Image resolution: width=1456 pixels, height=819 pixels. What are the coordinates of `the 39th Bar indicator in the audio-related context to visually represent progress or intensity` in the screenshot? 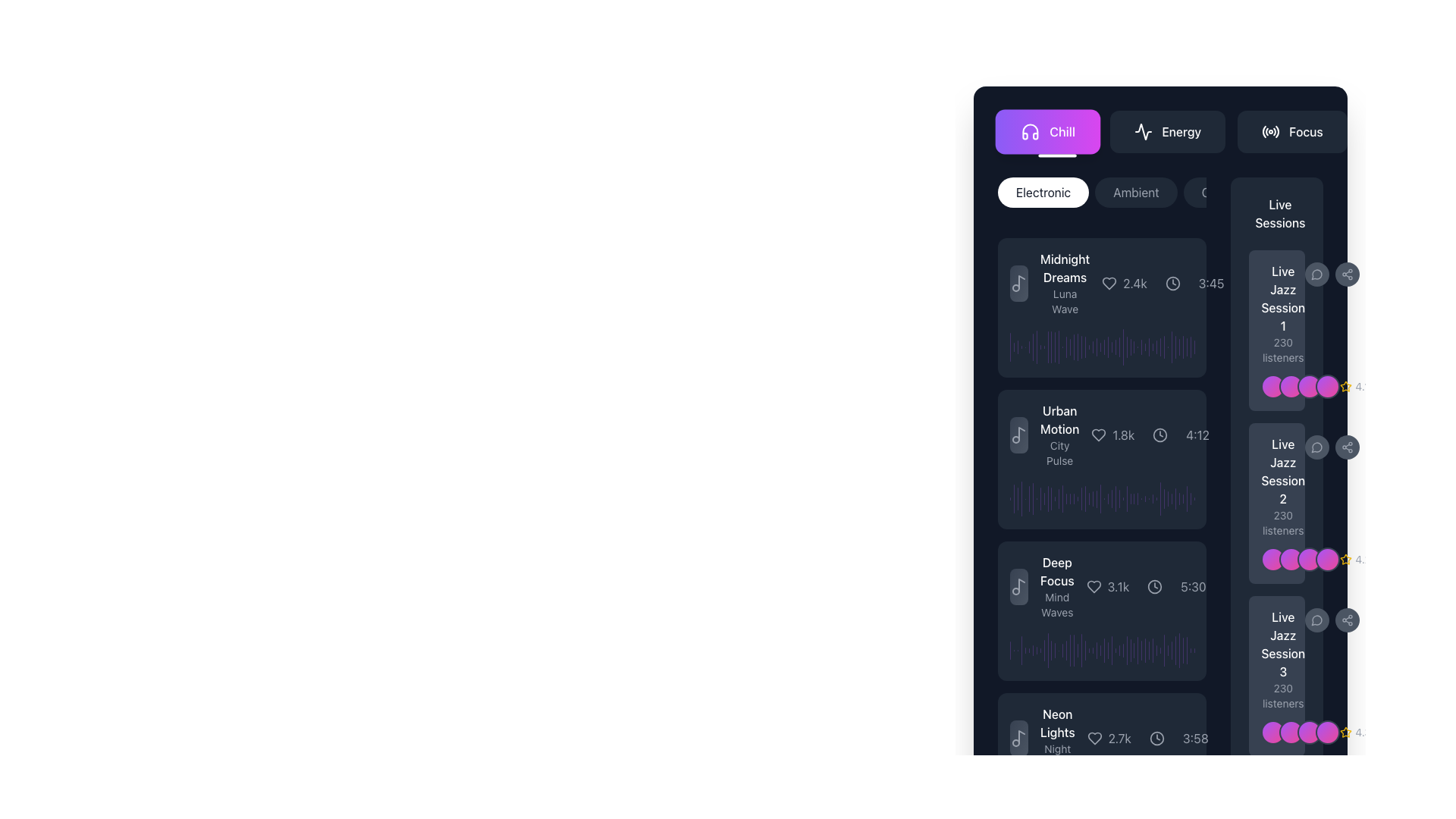 It's located at (1167, 649).